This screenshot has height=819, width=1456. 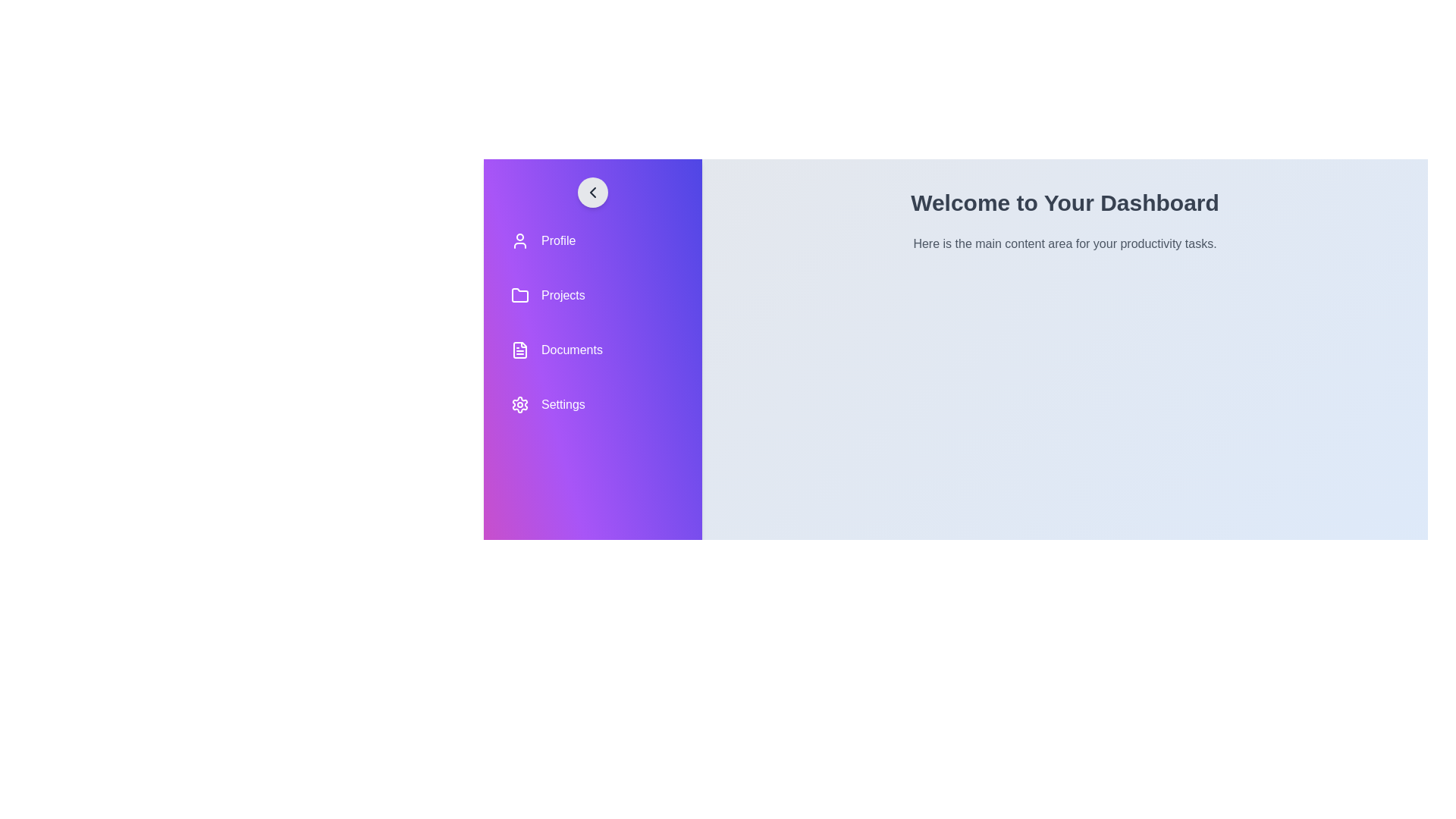 What do you see at coordinates (592, 295) in the screenshot?
I see `the navigation item labeled Projects` at bounding box center [592, 295].